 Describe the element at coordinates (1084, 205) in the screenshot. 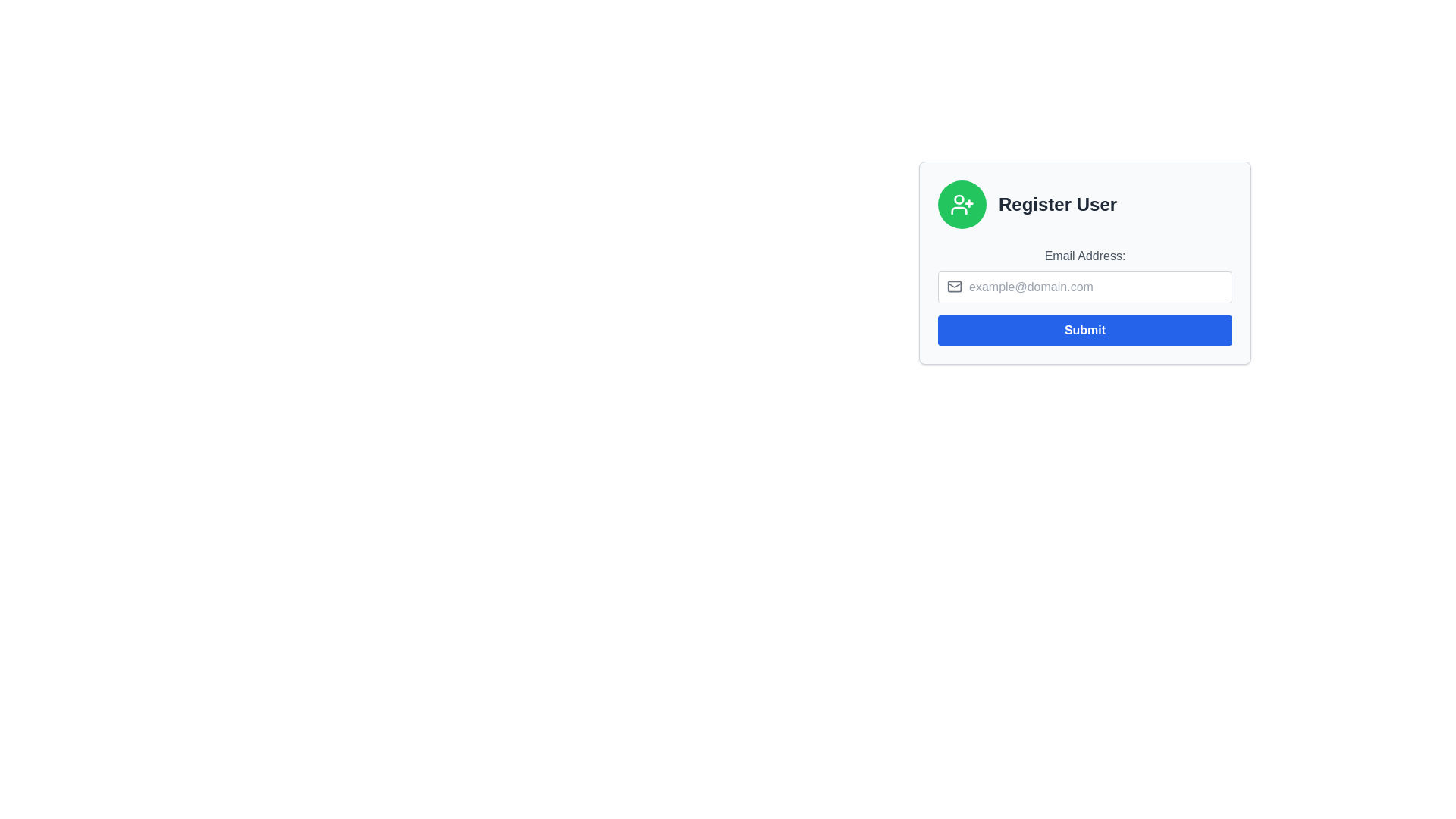

I see `text element displaying 'Register User' with a user silhouette icon on its left side, located at the top of a rectangular card` at that location.